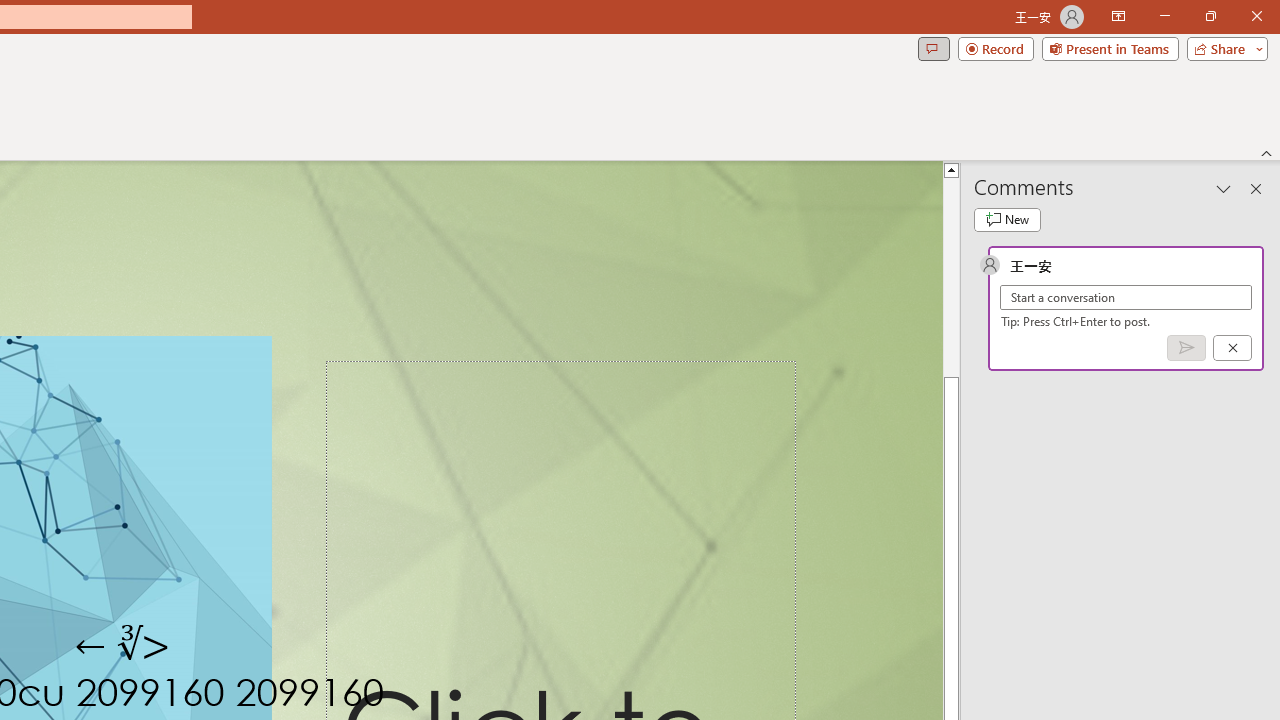 The image size is (1280, 720). I want to click on 'Post comment (Ctrl + Enter)', so click(1186, 346).